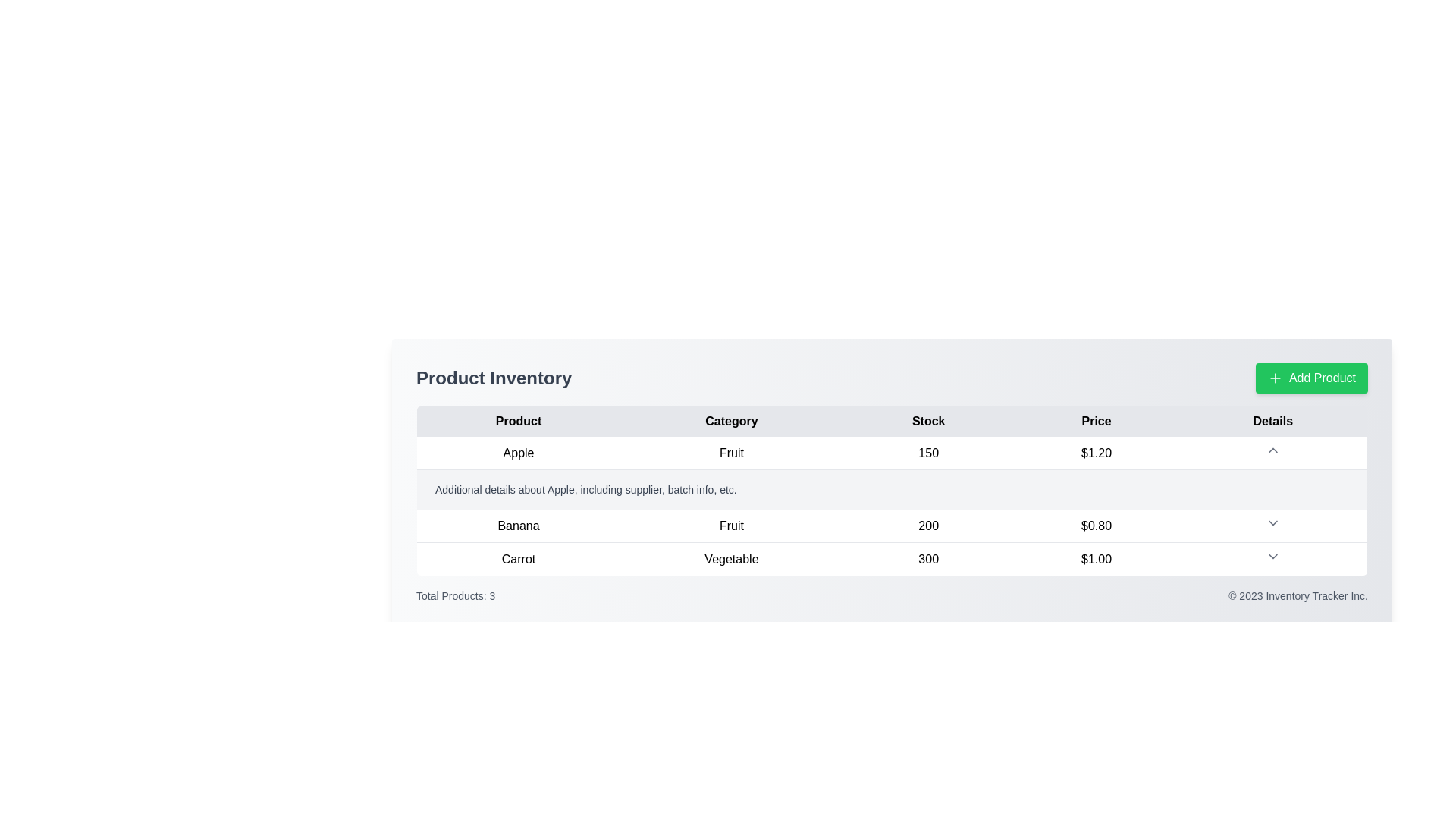  I want to click on the 'Stock' text label, which is the third column header in a table, styled with black typography on a light gray background, so click(927, 421).